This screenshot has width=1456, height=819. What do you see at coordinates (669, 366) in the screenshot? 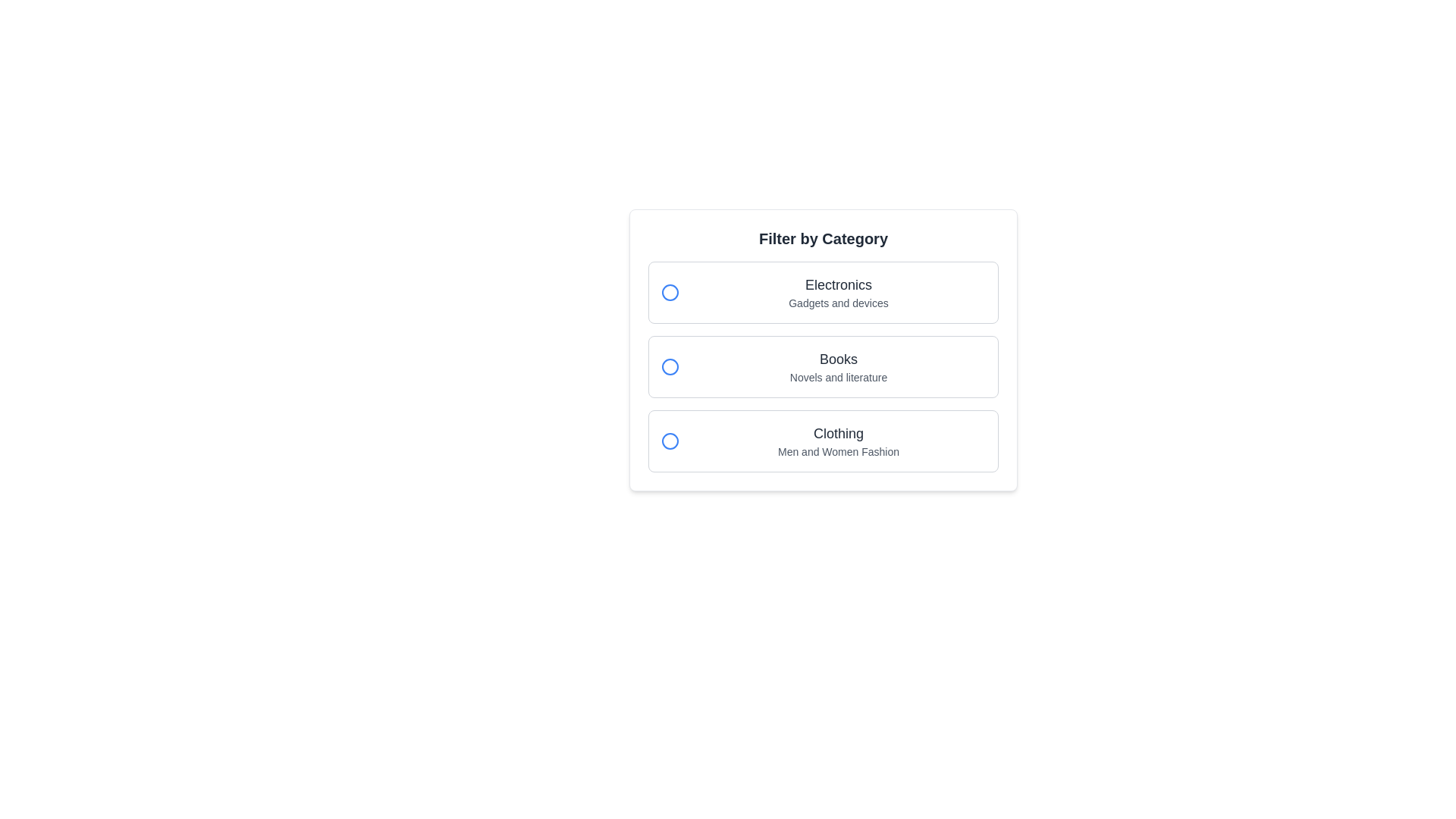
I see `the blue circular radio button located in the 'Books' card for tooltip or visual feedback` at bounding box center [669, 366].